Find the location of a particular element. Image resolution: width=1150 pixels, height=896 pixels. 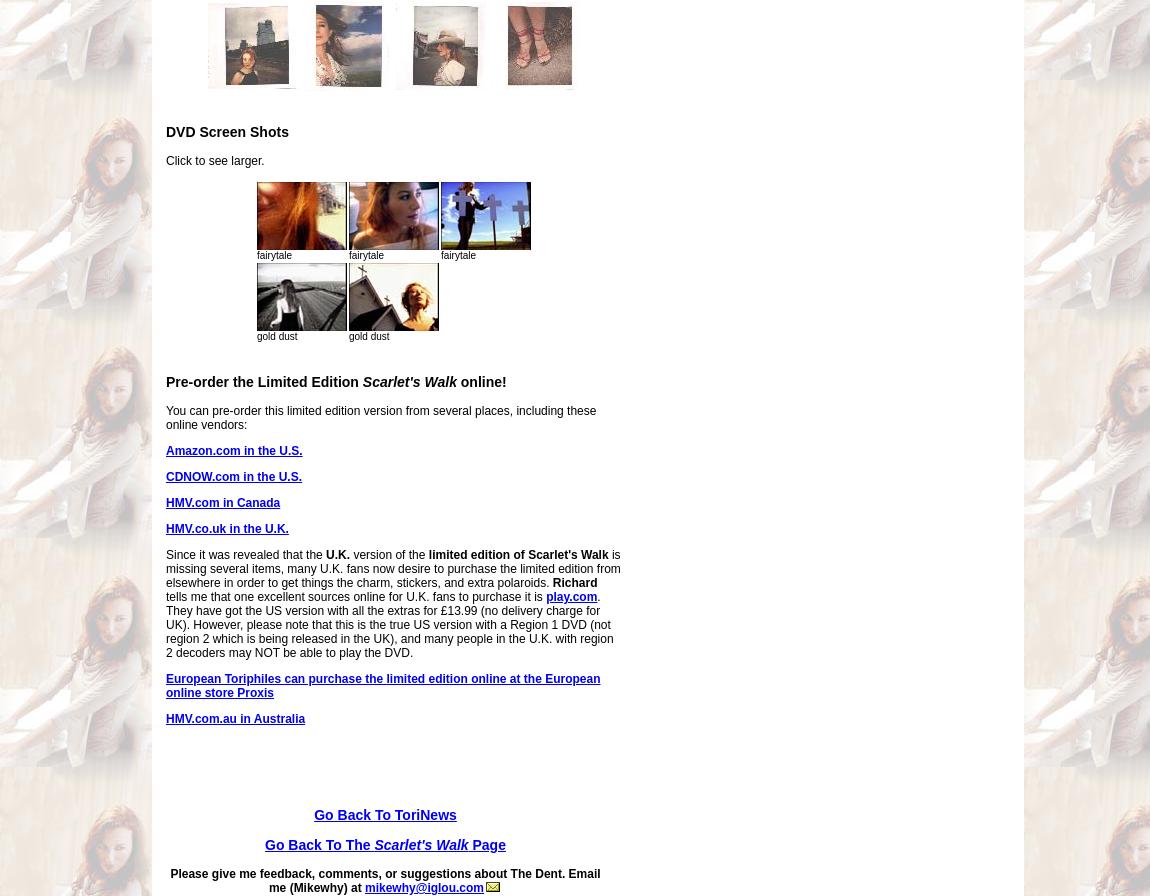

'Richard' is located at coordinates (574, 583).